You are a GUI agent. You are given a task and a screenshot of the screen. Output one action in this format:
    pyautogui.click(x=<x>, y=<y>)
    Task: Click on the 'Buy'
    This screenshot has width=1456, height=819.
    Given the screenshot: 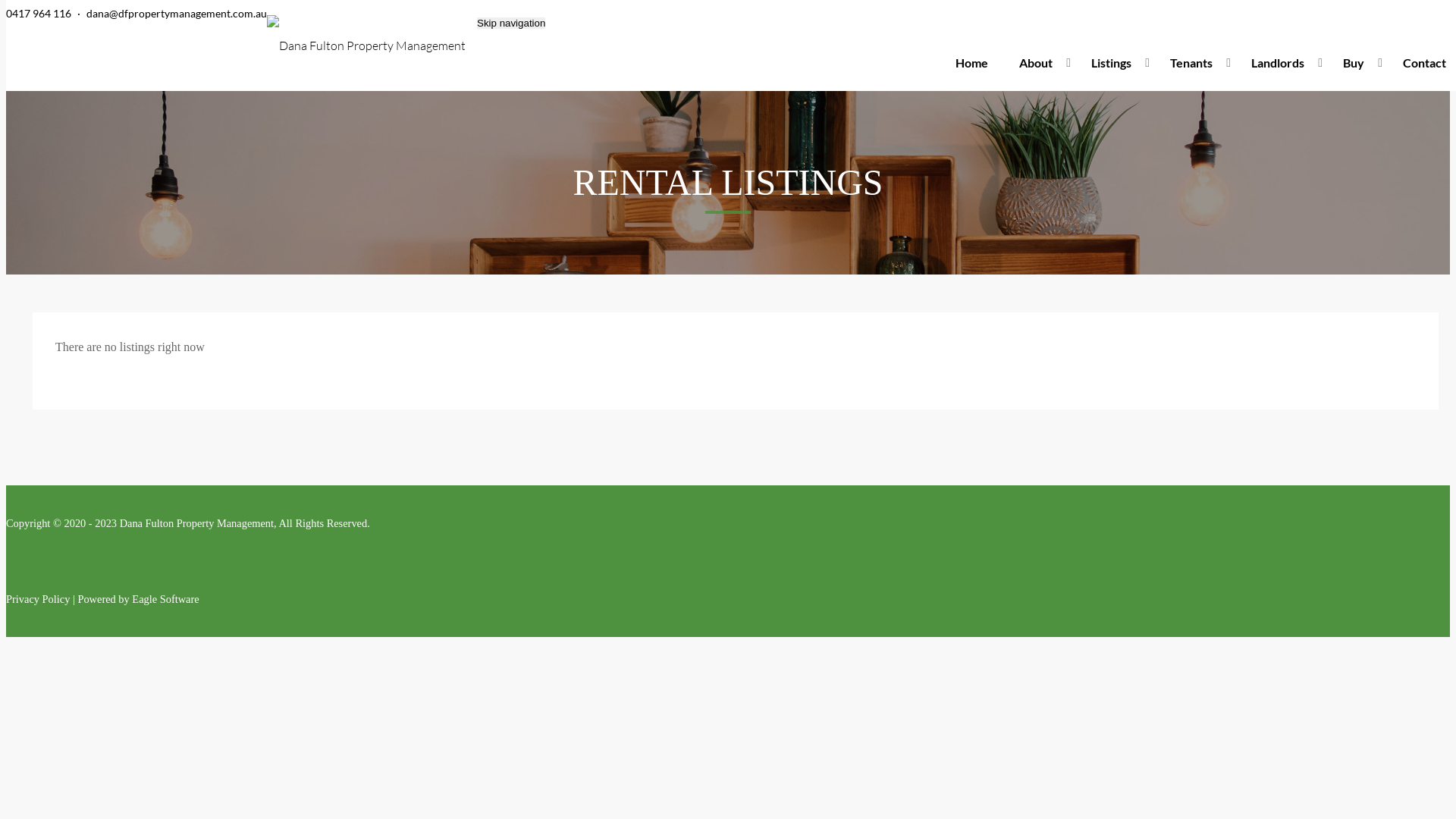 What is the action you would take?
    pyautogui.click(x=1357, y=62)
    